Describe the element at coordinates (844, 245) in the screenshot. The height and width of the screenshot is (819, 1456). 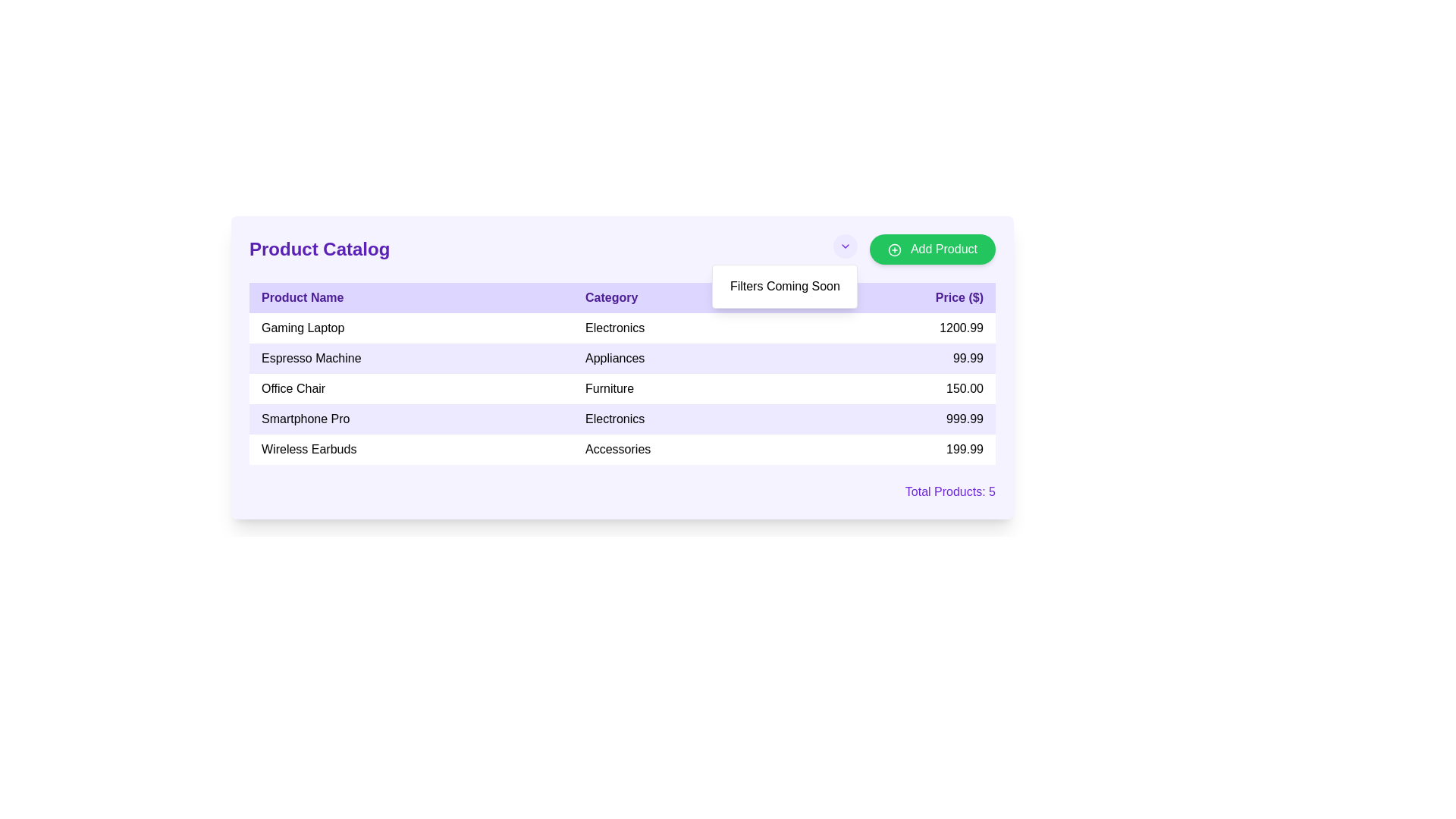
I see `the toggle or dropdown button located` at that location.